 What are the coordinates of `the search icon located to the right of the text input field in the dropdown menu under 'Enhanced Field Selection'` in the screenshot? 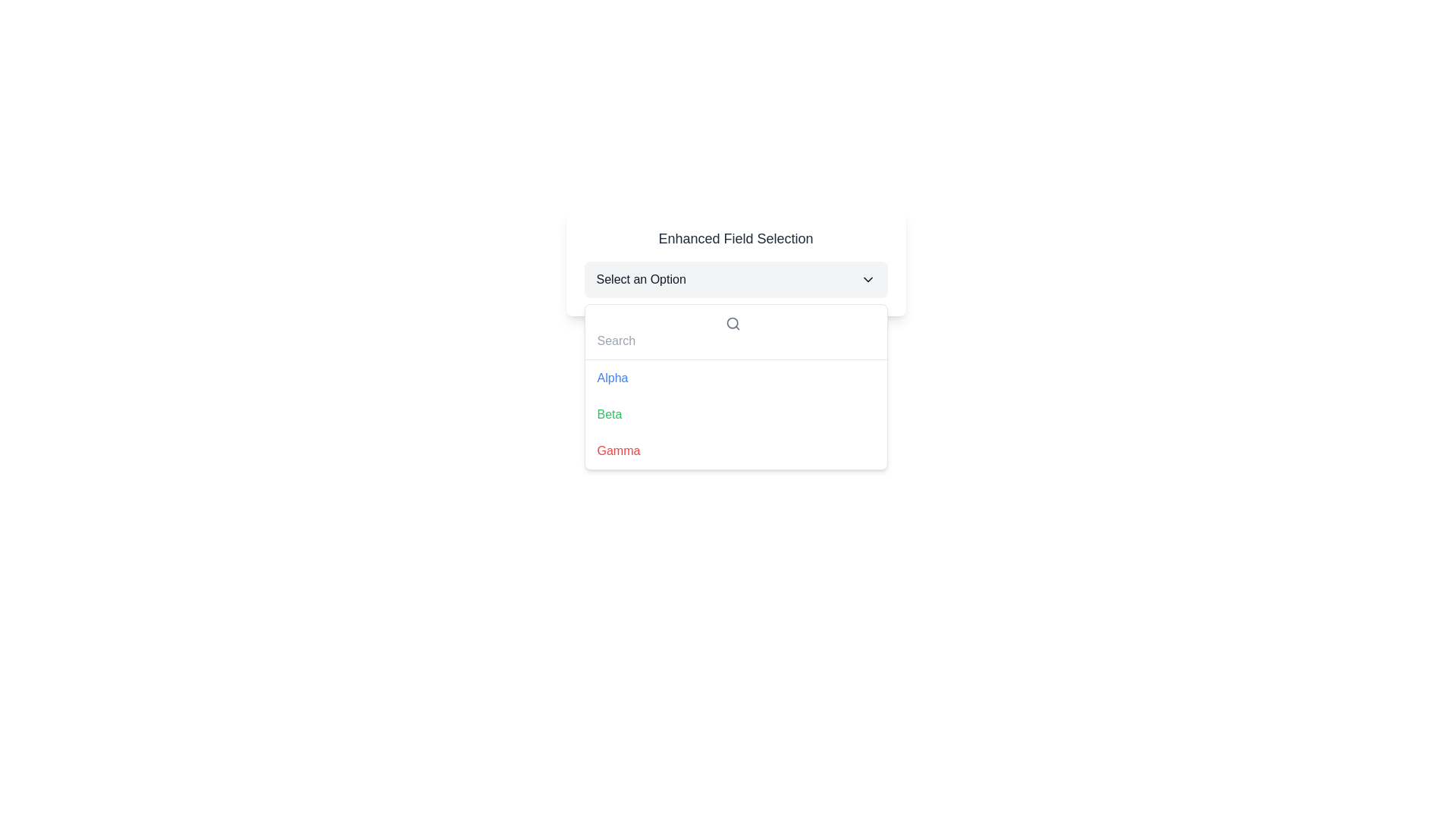 It's located at (736, 331).